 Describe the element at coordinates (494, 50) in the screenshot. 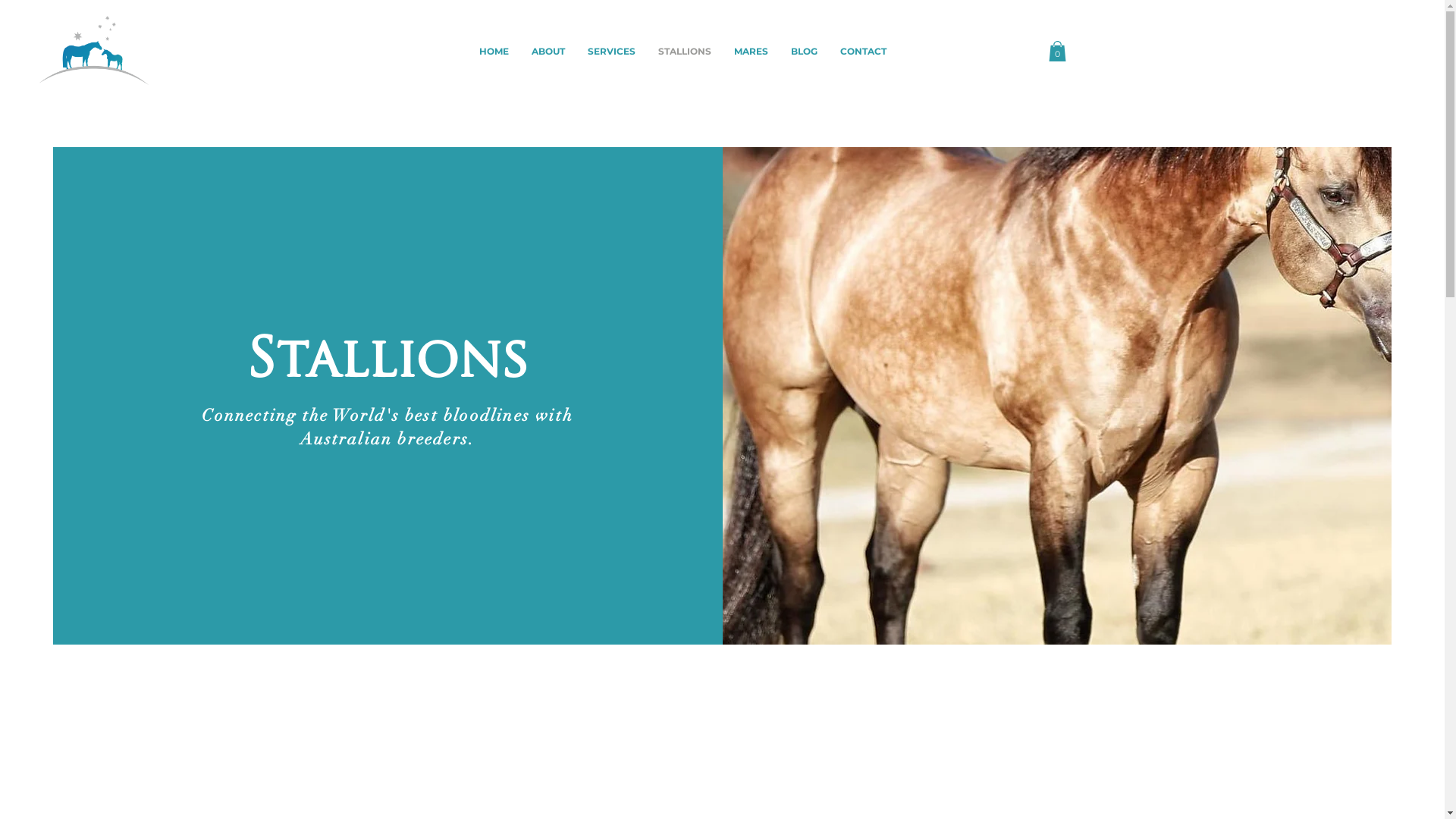

I see `'HOME'` at that location.